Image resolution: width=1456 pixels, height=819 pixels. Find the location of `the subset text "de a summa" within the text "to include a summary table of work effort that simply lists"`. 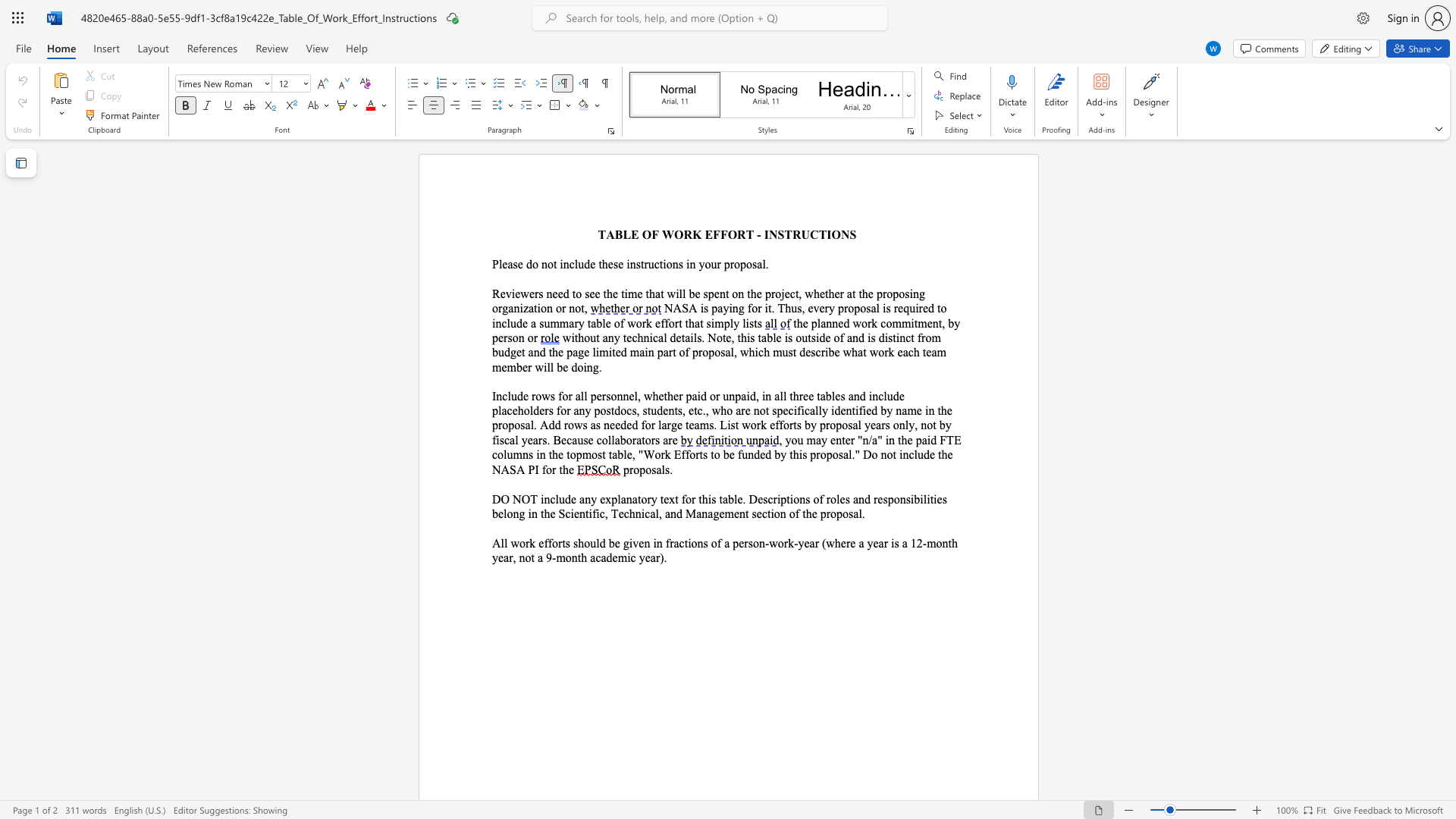

the subset text "de a summa" within the text "to include a summary table of work effort that simply lists" is located at coordinates (516, 322).